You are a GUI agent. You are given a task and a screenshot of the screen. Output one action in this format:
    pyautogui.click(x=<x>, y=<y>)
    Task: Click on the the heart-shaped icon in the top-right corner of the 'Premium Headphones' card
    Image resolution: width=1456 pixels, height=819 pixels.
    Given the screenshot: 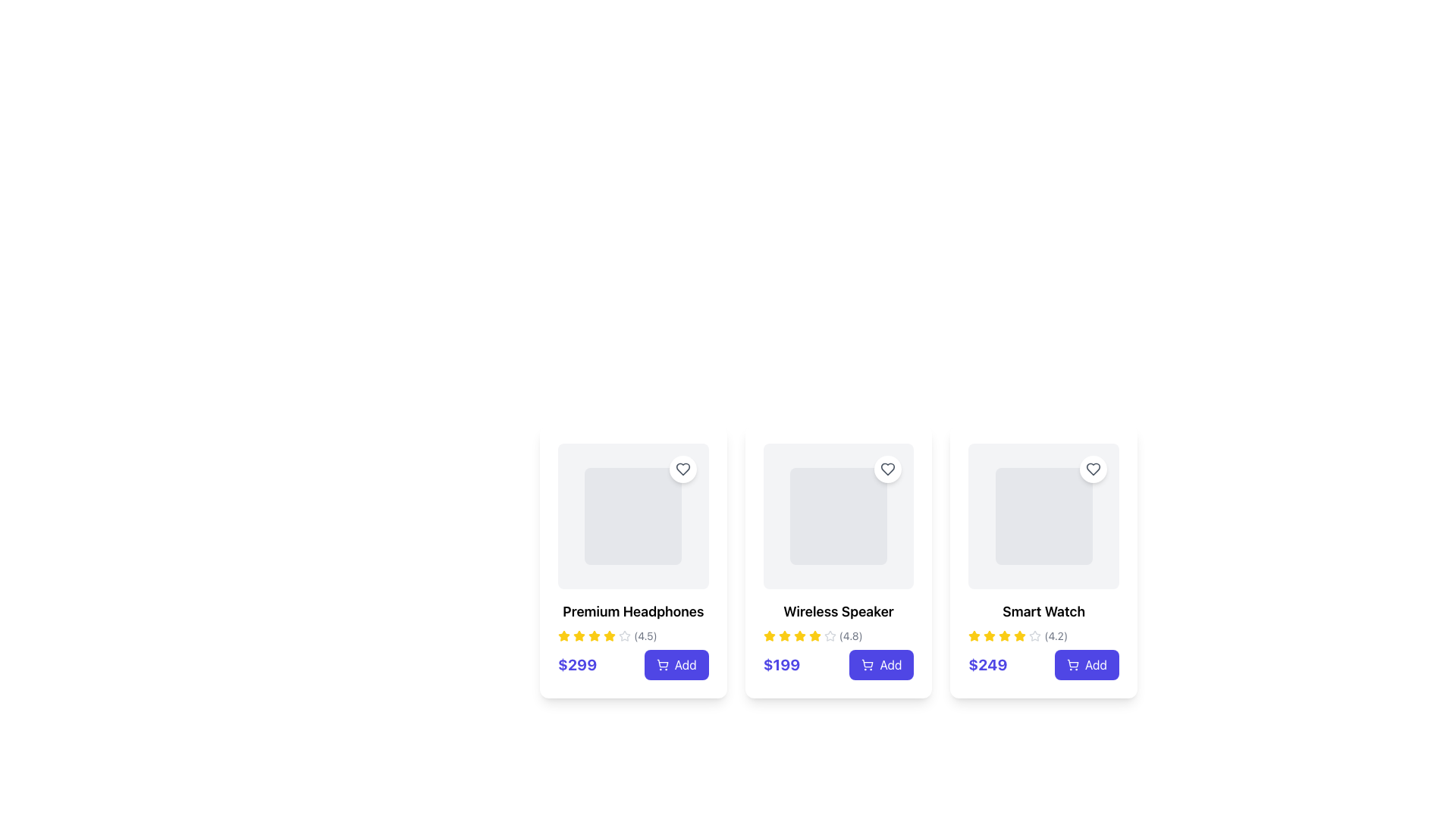 What is the action you would take?
    pyautogui.click(x=682, y=468)
    